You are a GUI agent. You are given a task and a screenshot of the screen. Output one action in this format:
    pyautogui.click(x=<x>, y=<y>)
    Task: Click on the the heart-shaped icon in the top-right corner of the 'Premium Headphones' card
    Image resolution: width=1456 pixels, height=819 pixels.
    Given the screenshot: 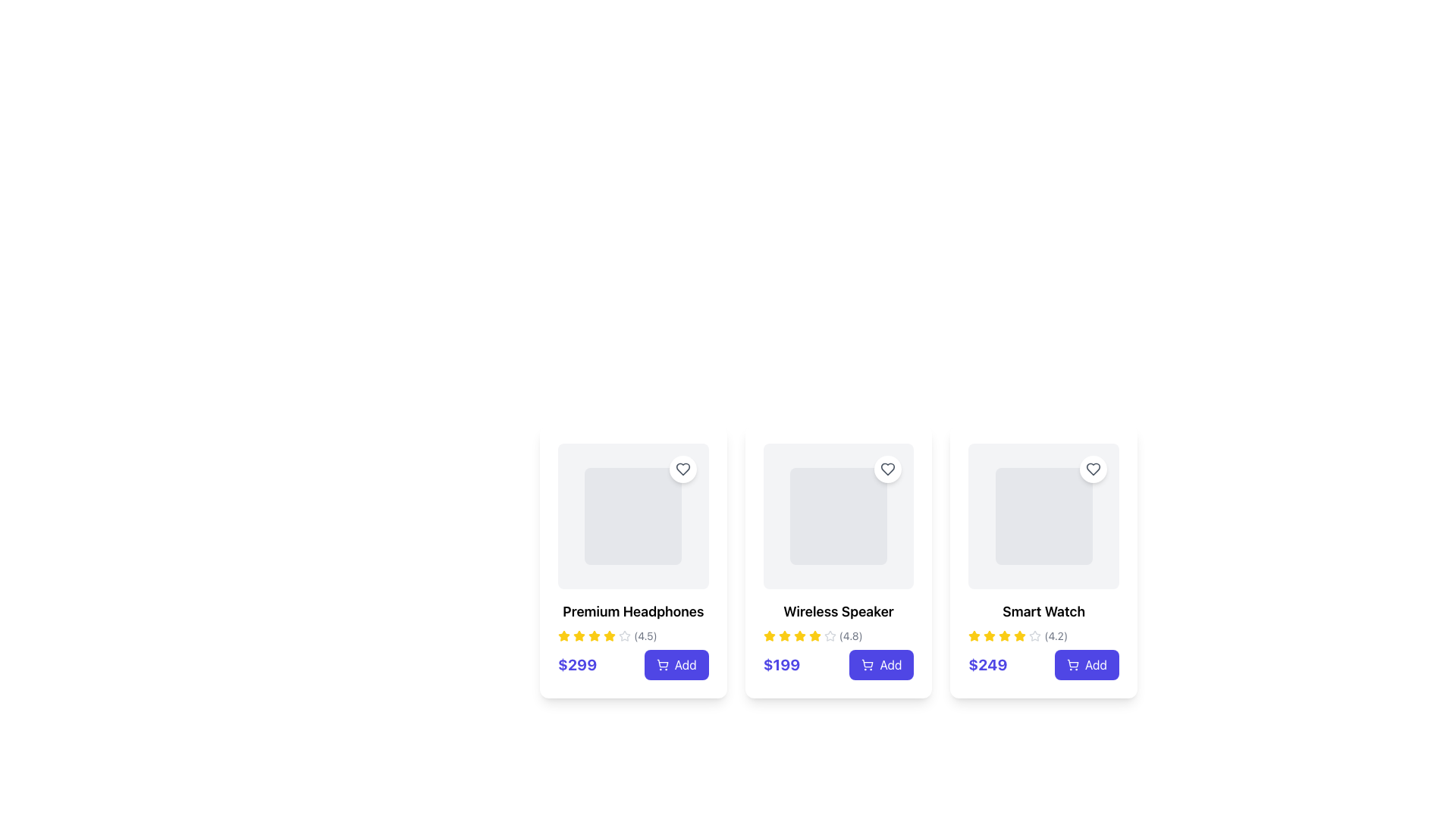 What is the action you would take?
    pyautogui.click(x=682, y=468)
    